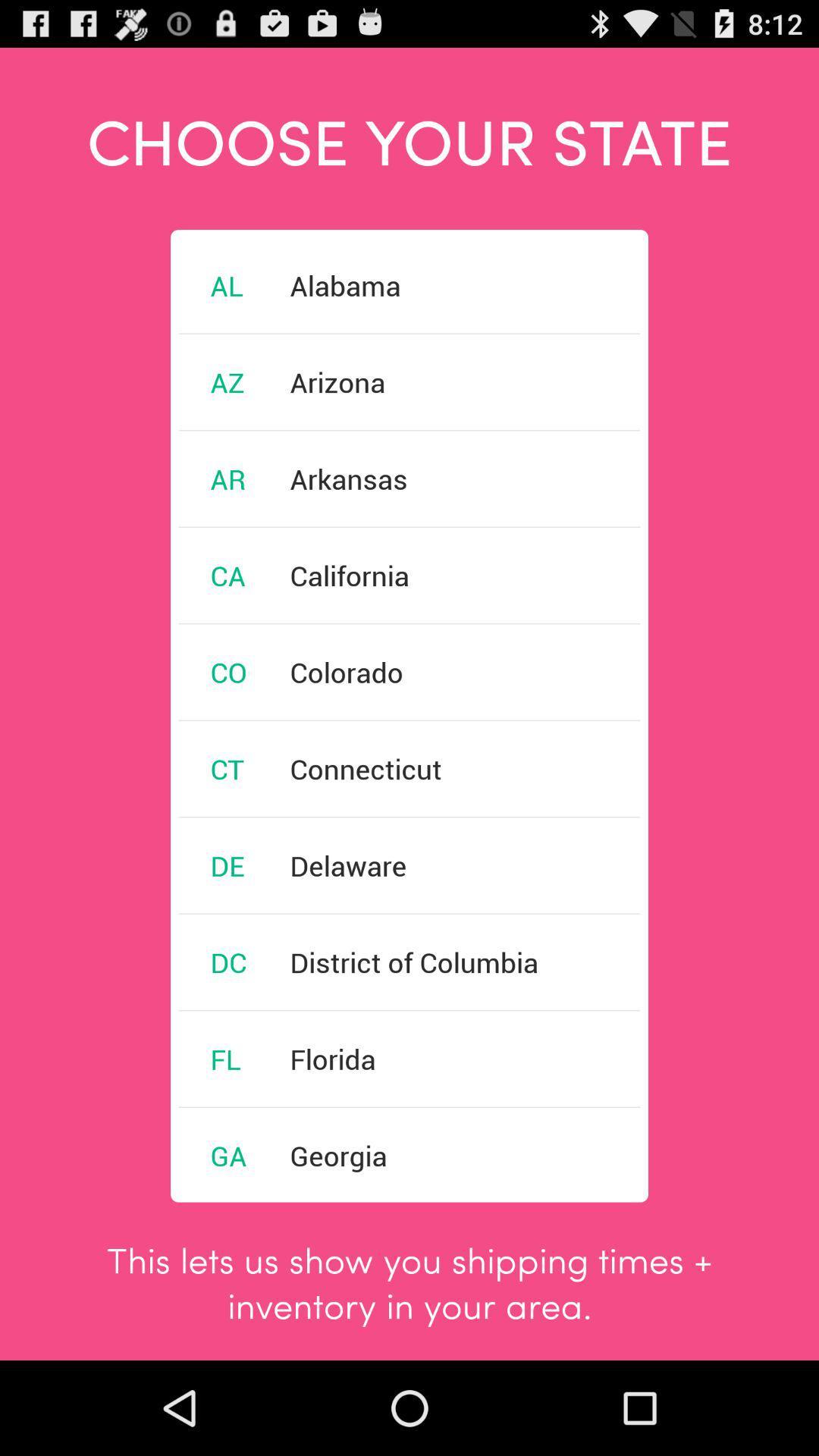  Describe the element at coordinates (348, 865) in the screenshot. I see `the icon below the connecticut` at that location.